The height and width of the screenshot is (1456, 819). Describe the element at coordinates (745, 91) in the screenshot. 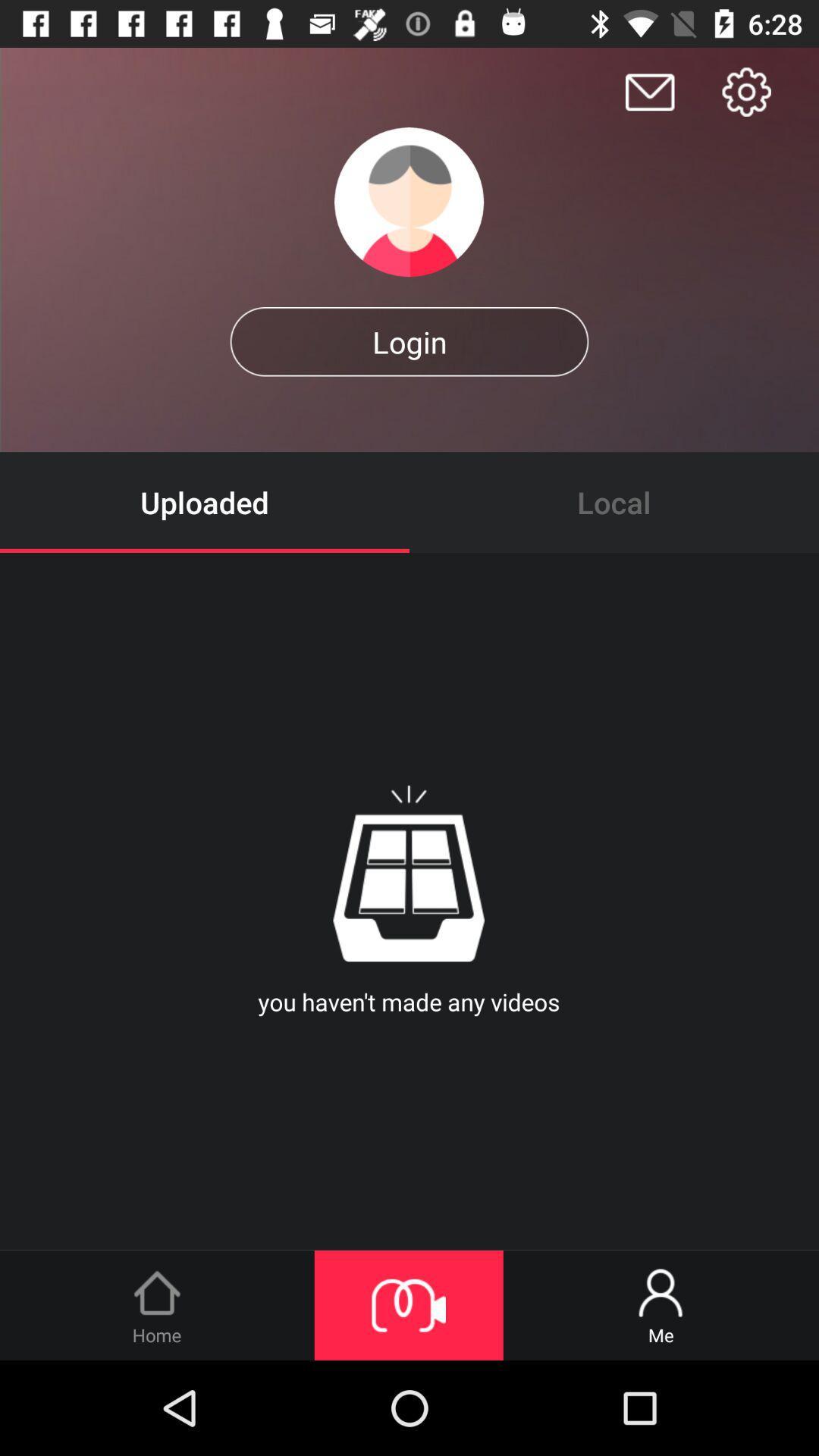

I see `adjust settings` at that location.